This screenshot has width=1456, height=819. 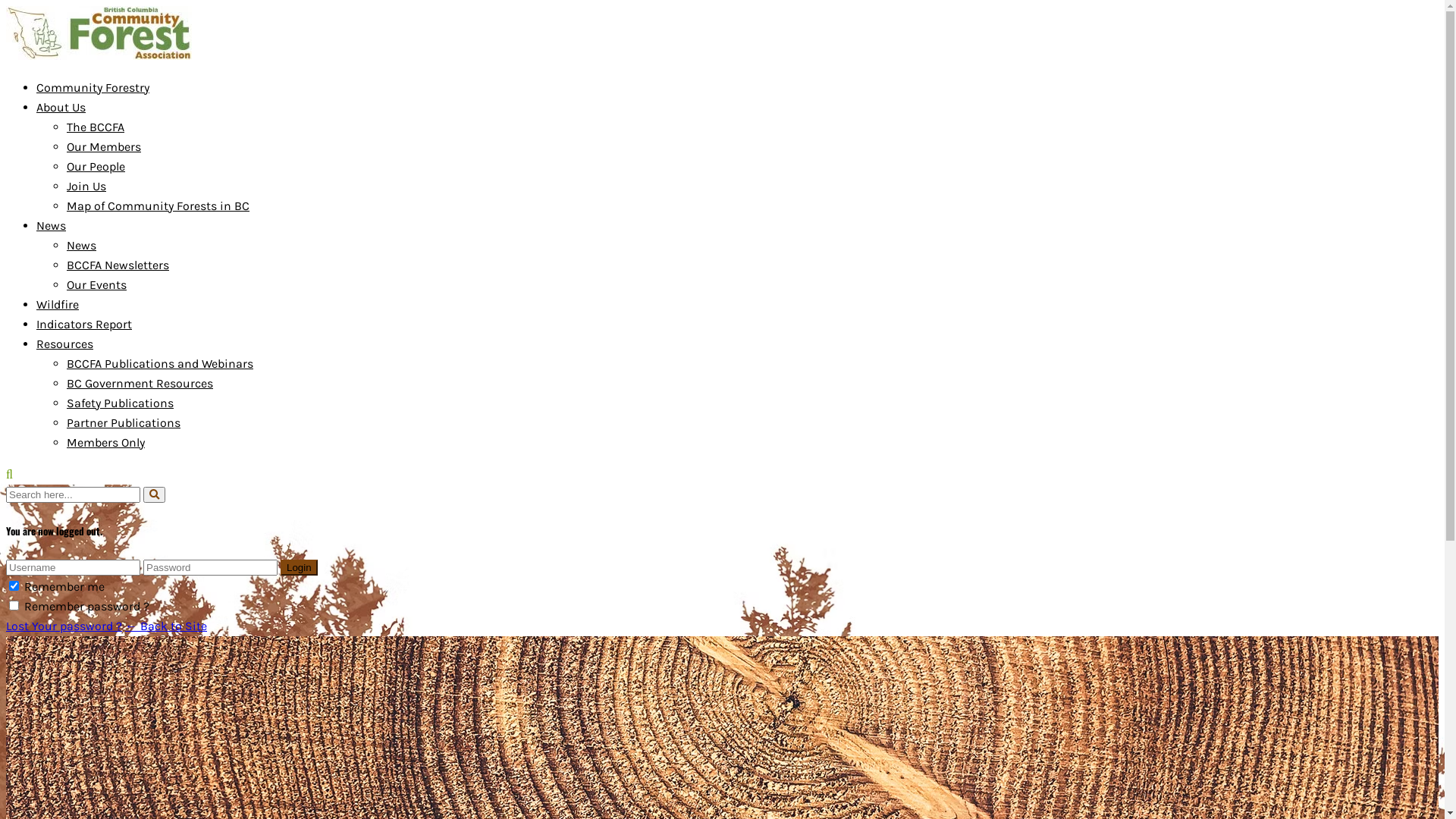 What do you see at coordinates (94, 126) in the screenshot?
I see `'The BCCFA'` at bounding box center [94, 126].